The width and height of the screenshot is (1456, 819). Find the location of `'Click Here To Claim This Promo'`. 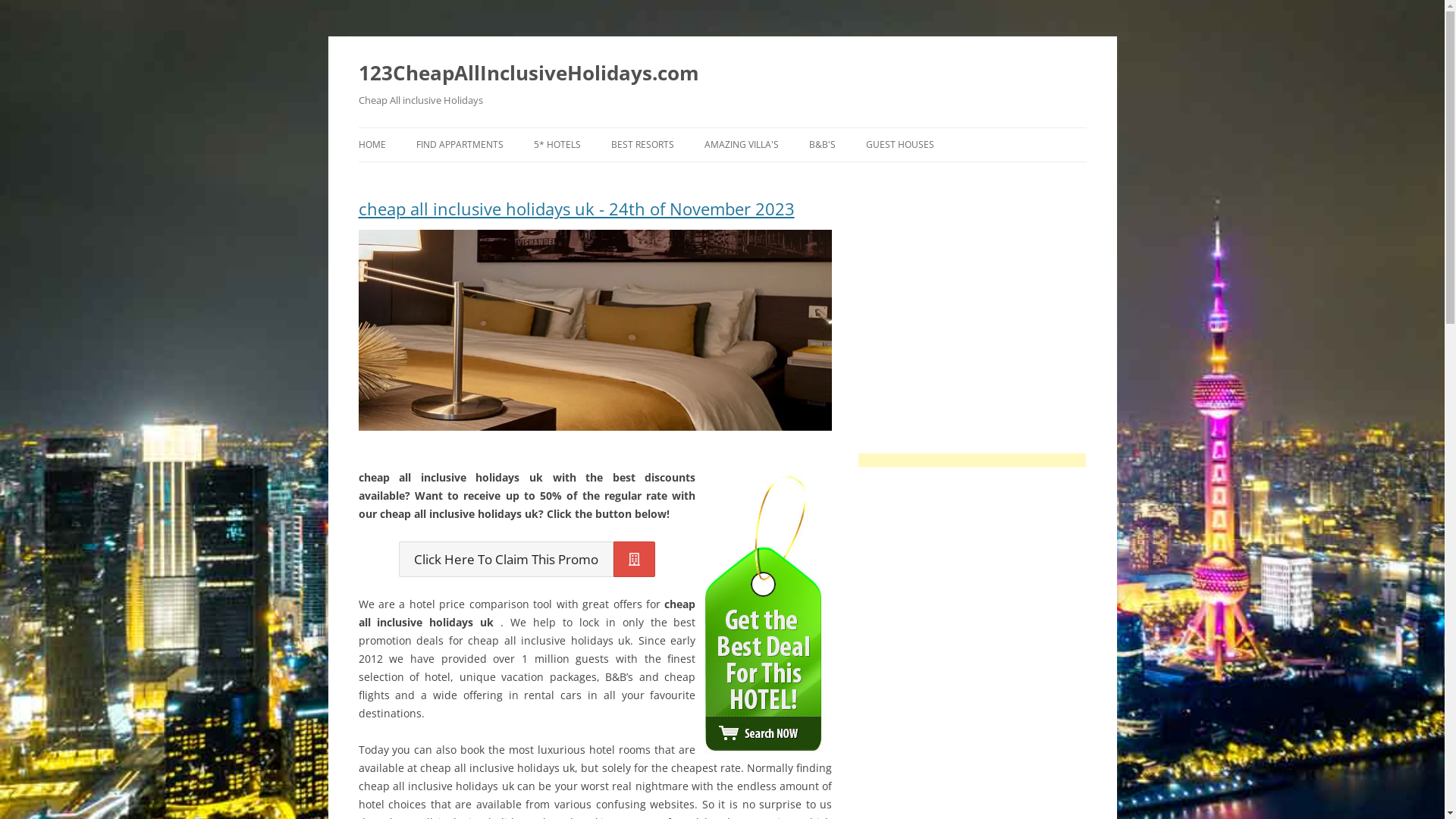

'Click Here To Claim This Promo' is located at coordinates (527, 559).